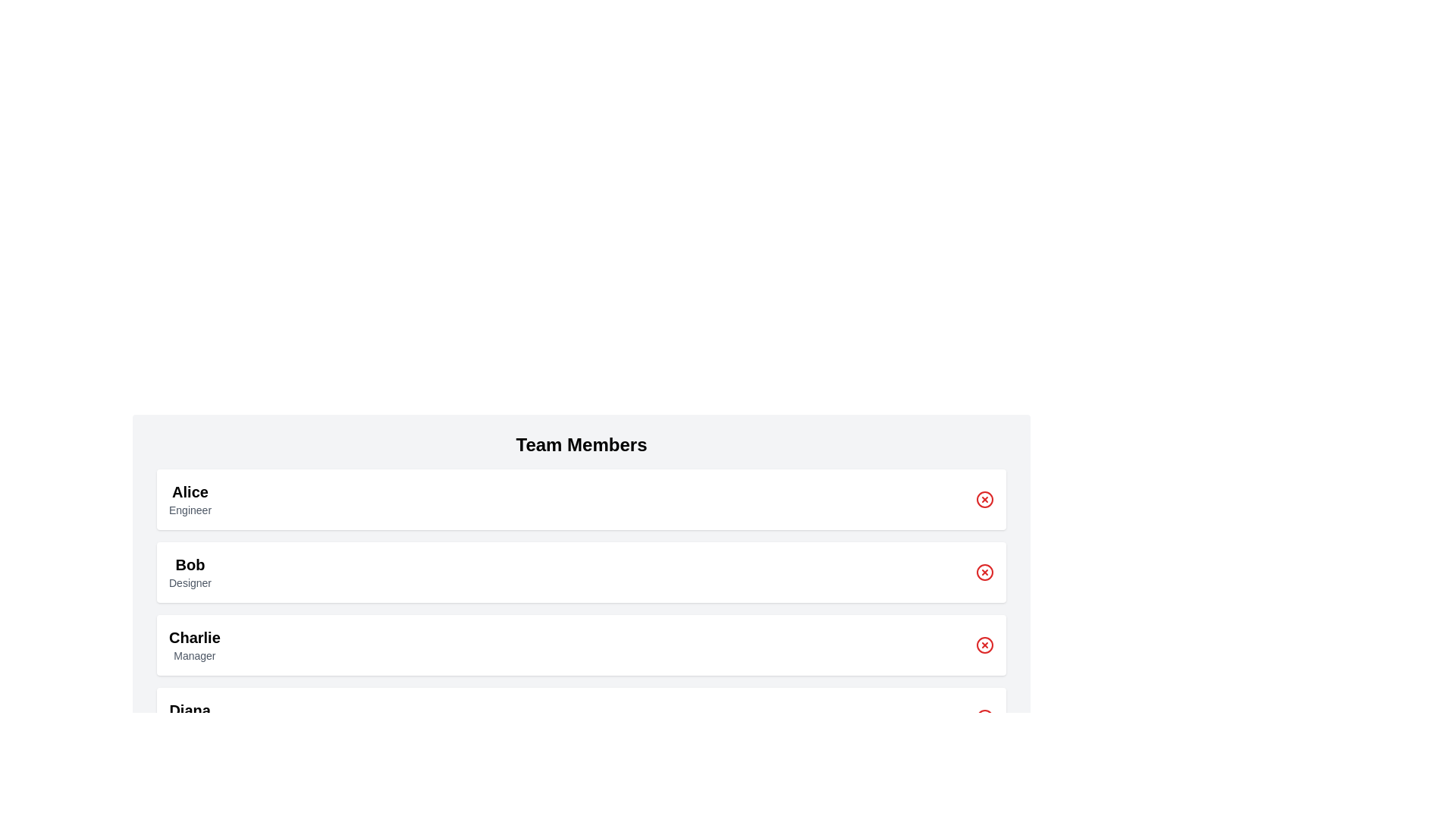  What do you see at coordinates (985, 645) in the screenshot?
I see `the clickable icon button for the team member 'Charlie'` at bounding box center [985, 645].